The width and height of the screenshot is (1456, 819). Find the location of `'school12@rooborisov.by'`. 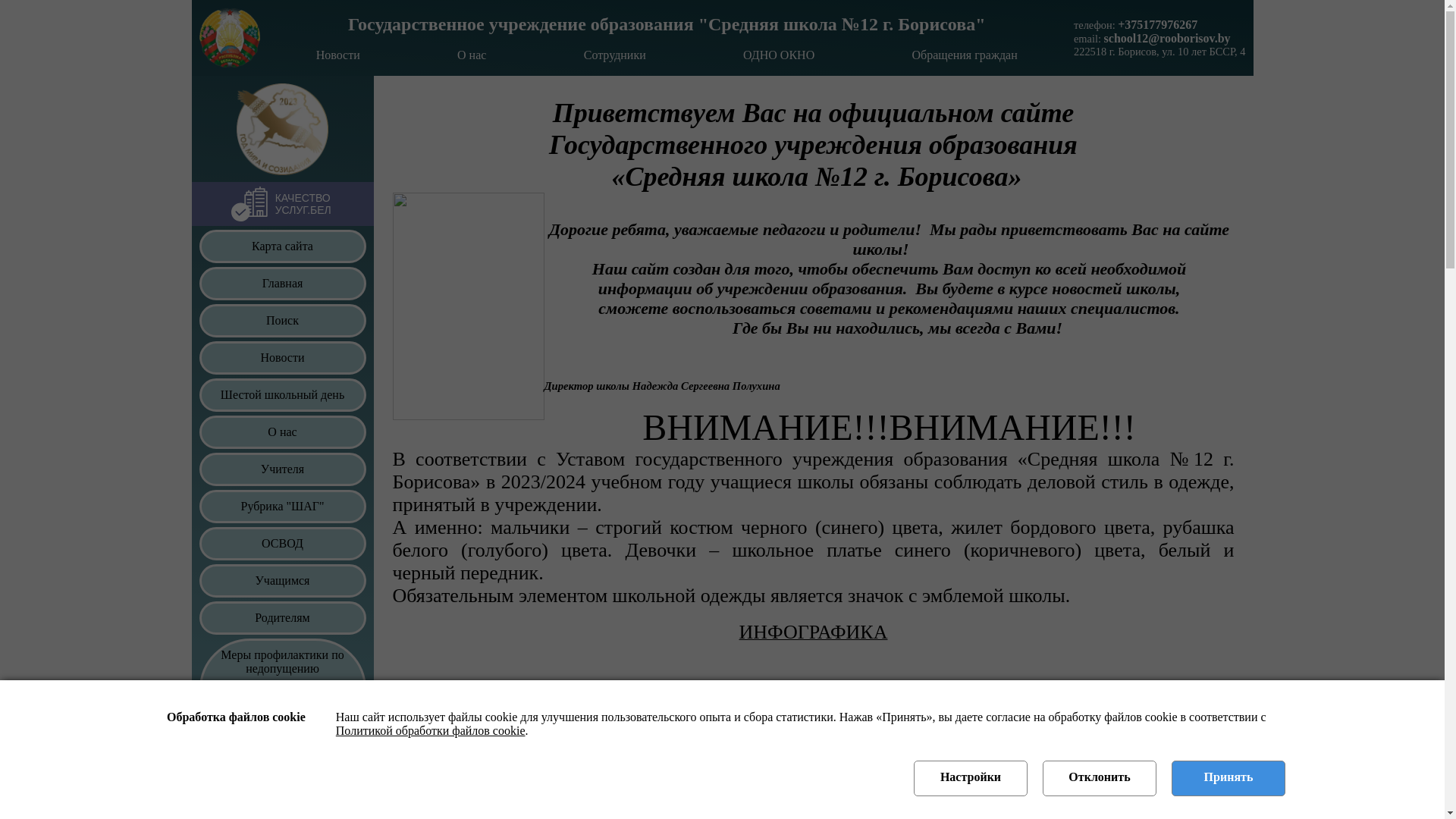

'school12@rooborisov.by' is located at coordinates (1166, 37).